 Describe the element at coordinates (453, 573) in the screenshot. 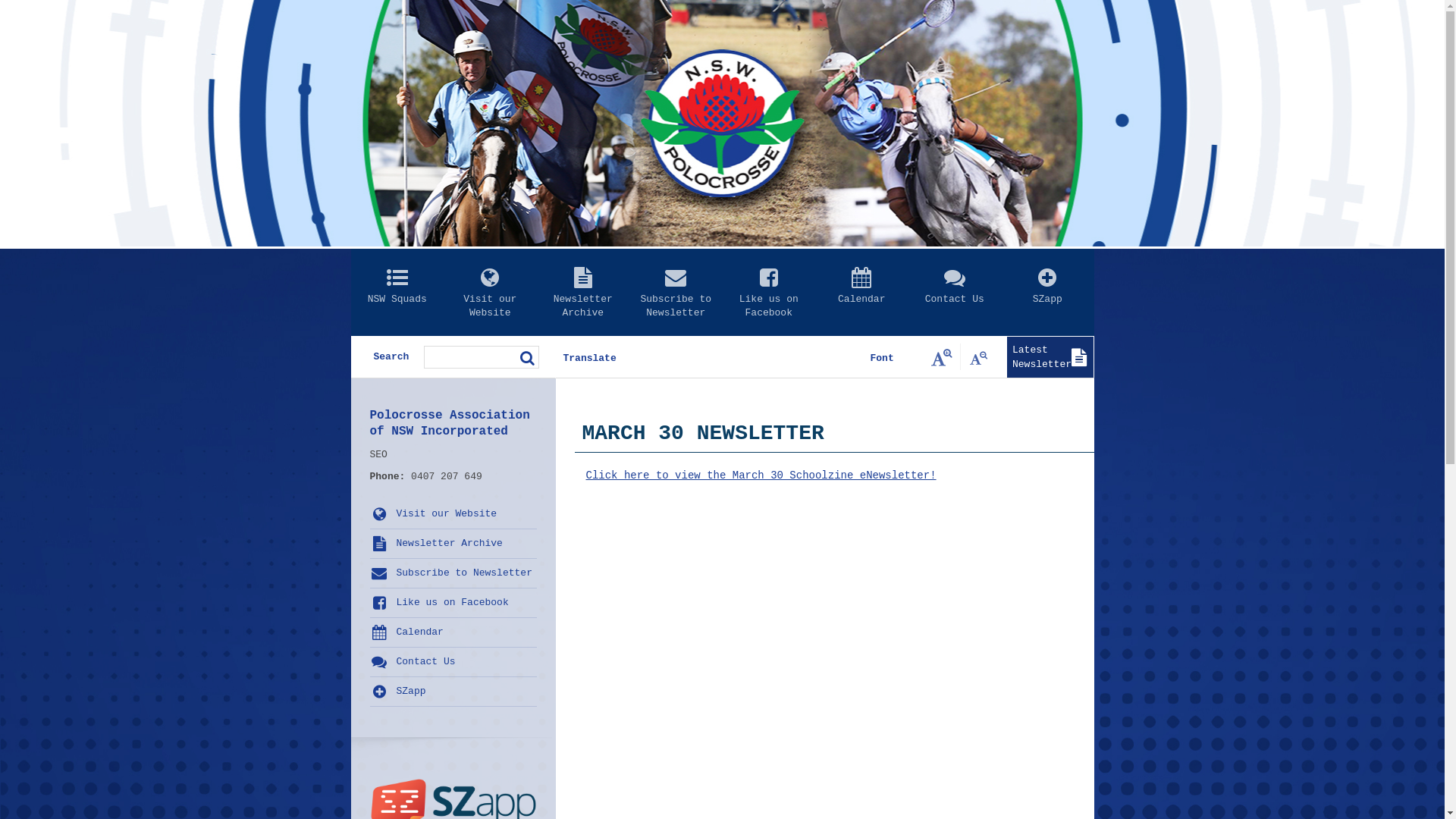

I see `'Subscribe to Newsletter'` at that location.